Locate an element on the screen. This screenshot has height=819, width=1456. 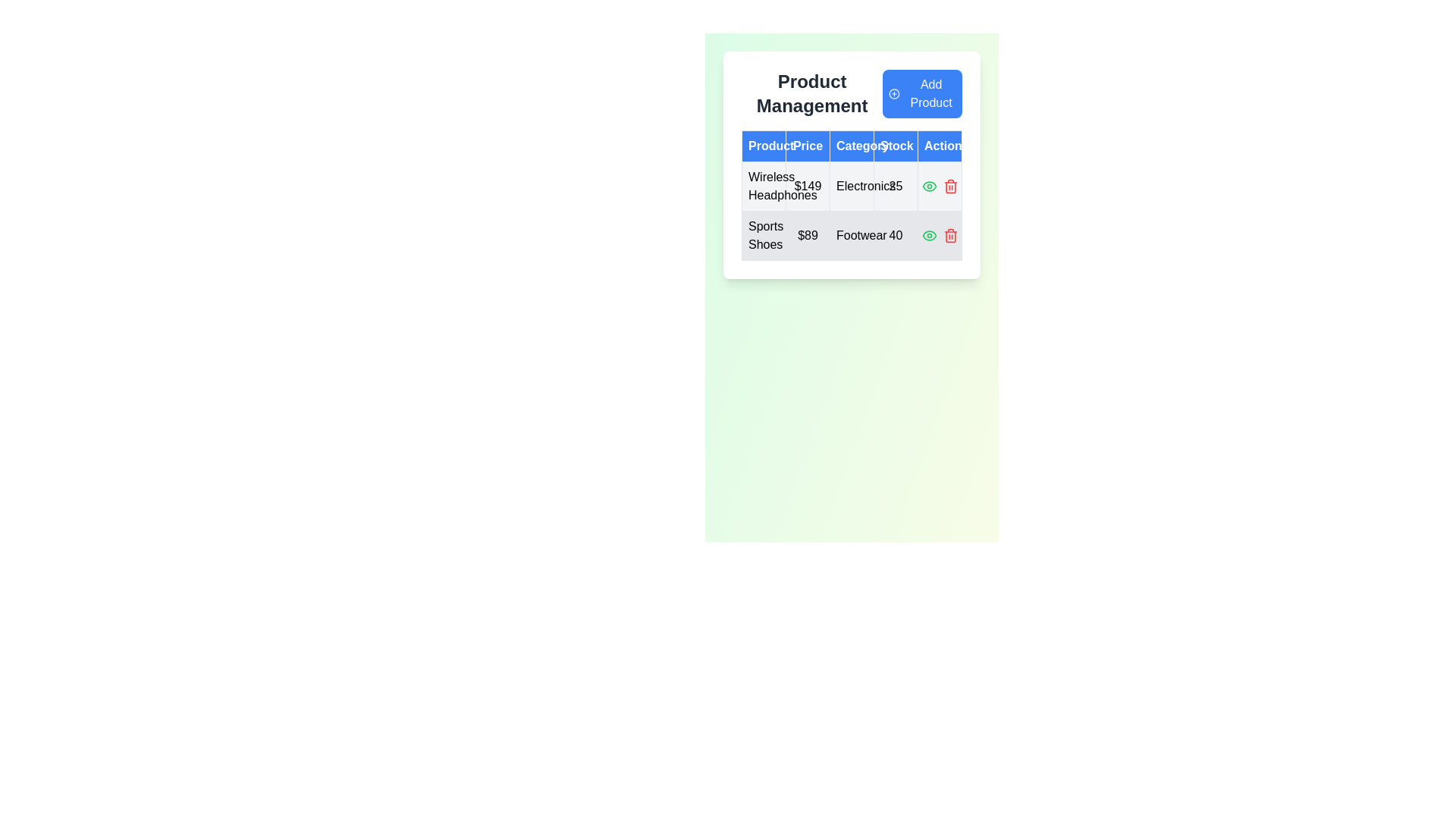
'Product Management' title from the Section Header with action button element, which features a bold title on the left and an 'Add Product' button on the right is located at coordinates (852, 93).